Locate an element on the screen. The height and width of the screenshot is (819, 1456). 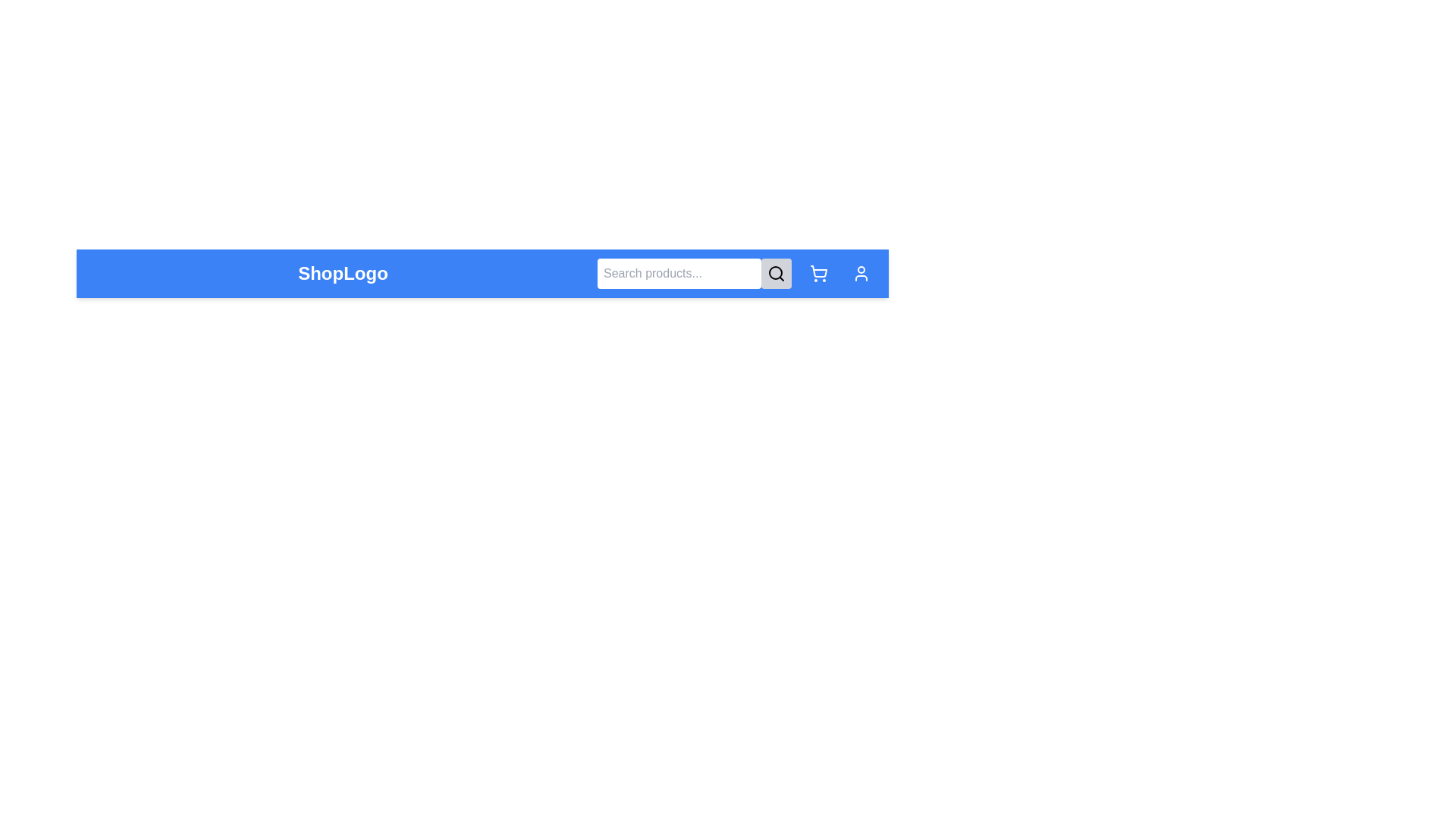
the shopping cart icon is located at coordinates (818, 274).